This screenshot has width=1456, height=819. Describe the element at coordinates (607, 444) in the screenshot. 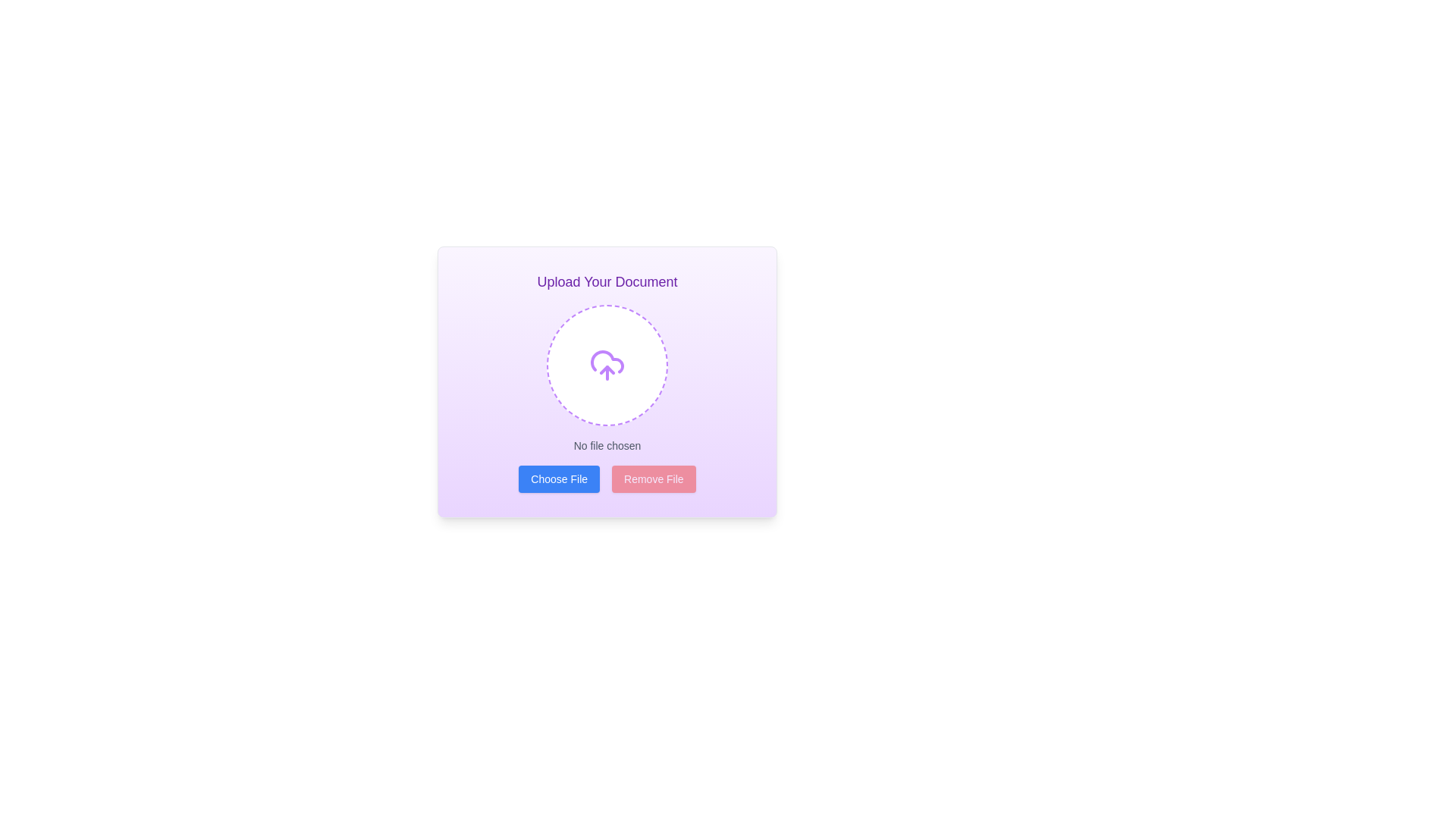

I see `the non-interactive label indicating that no file has been selected, which is located beneath the upload icon and above the 'Choose File' and 'Remove File' buttons in the 'Upload Your Document' panel` at that location.